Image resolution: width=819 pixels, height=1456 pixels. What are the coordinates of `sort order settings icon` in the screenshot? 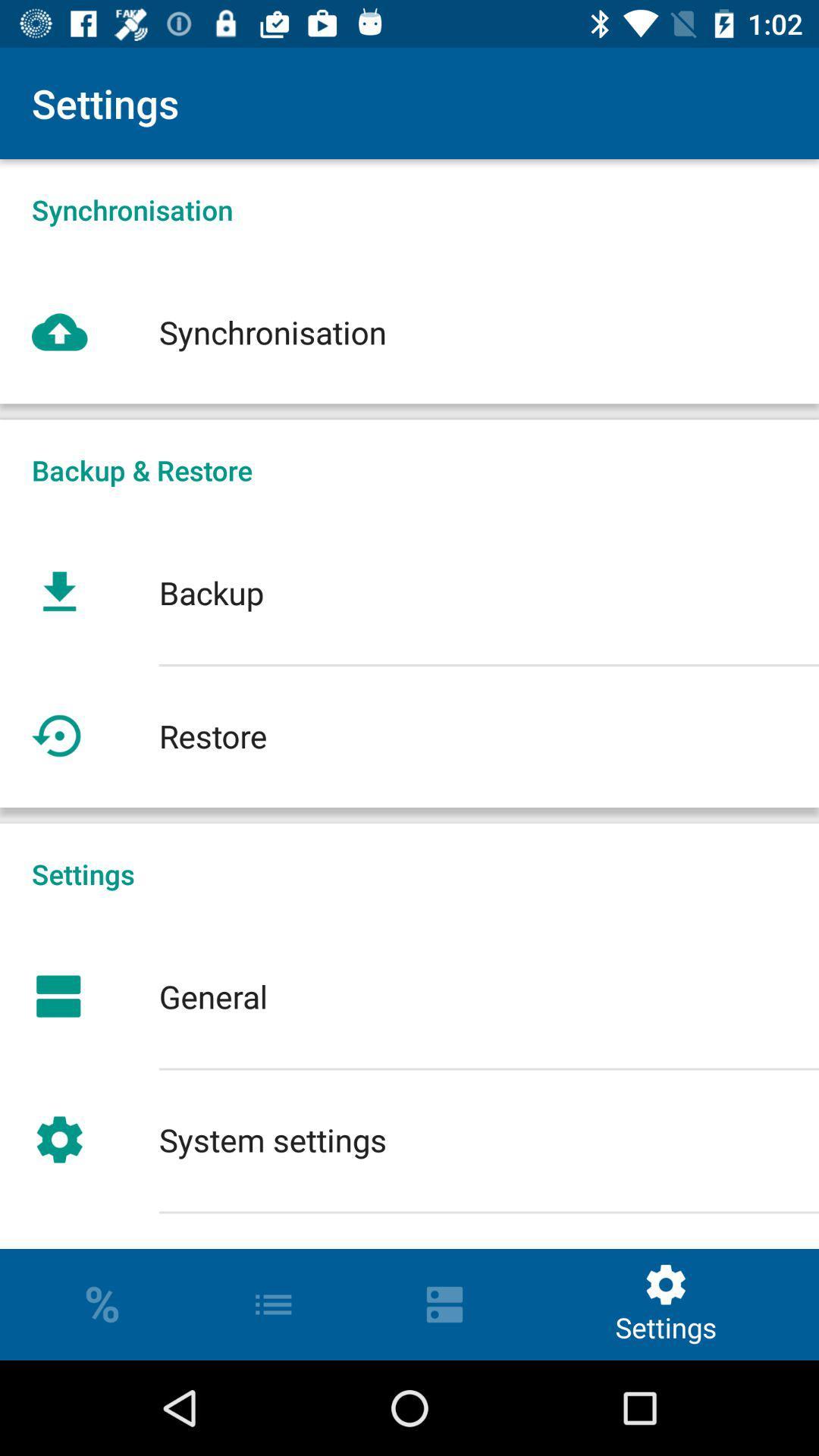 It's located at (409, 1230).